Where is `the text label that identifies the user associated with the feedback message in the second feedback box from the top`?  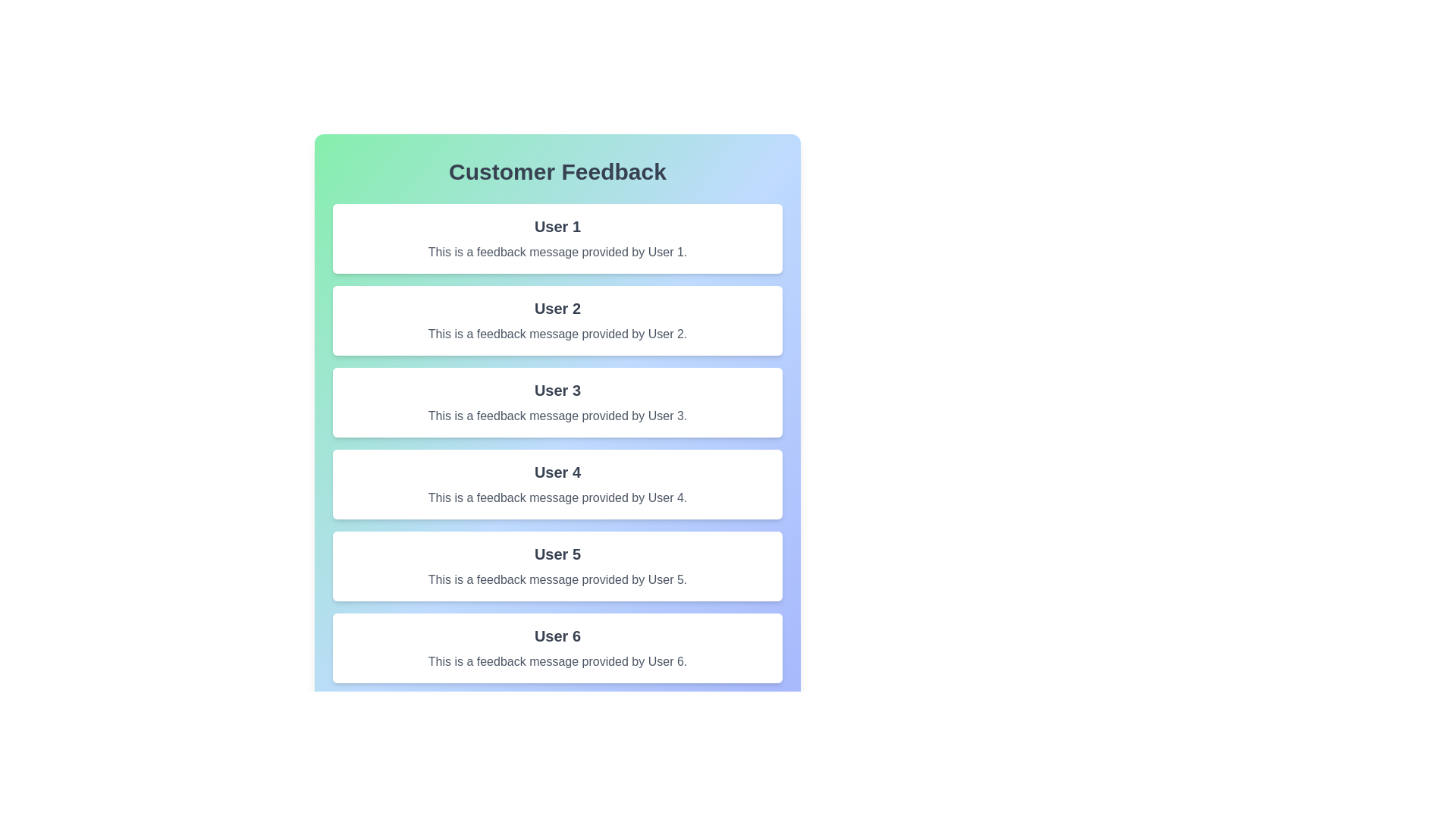
the text label that identifies the user associated with the feedback message in the second feedback box from the top is located at coordinates (557, 308).